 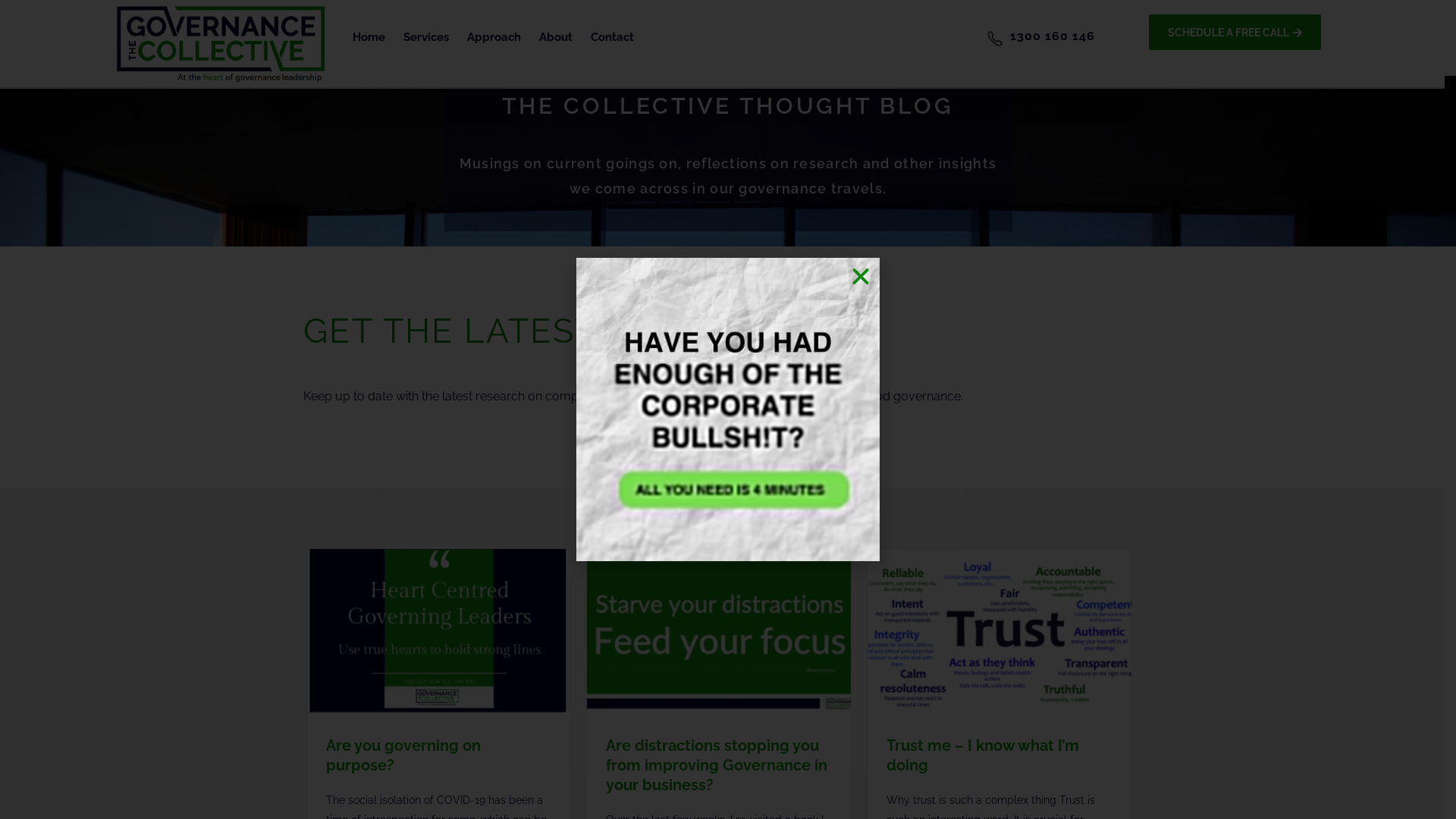 I want to click on 'SCHEDULE A FREE CALL', so click(x=1235, y=32).